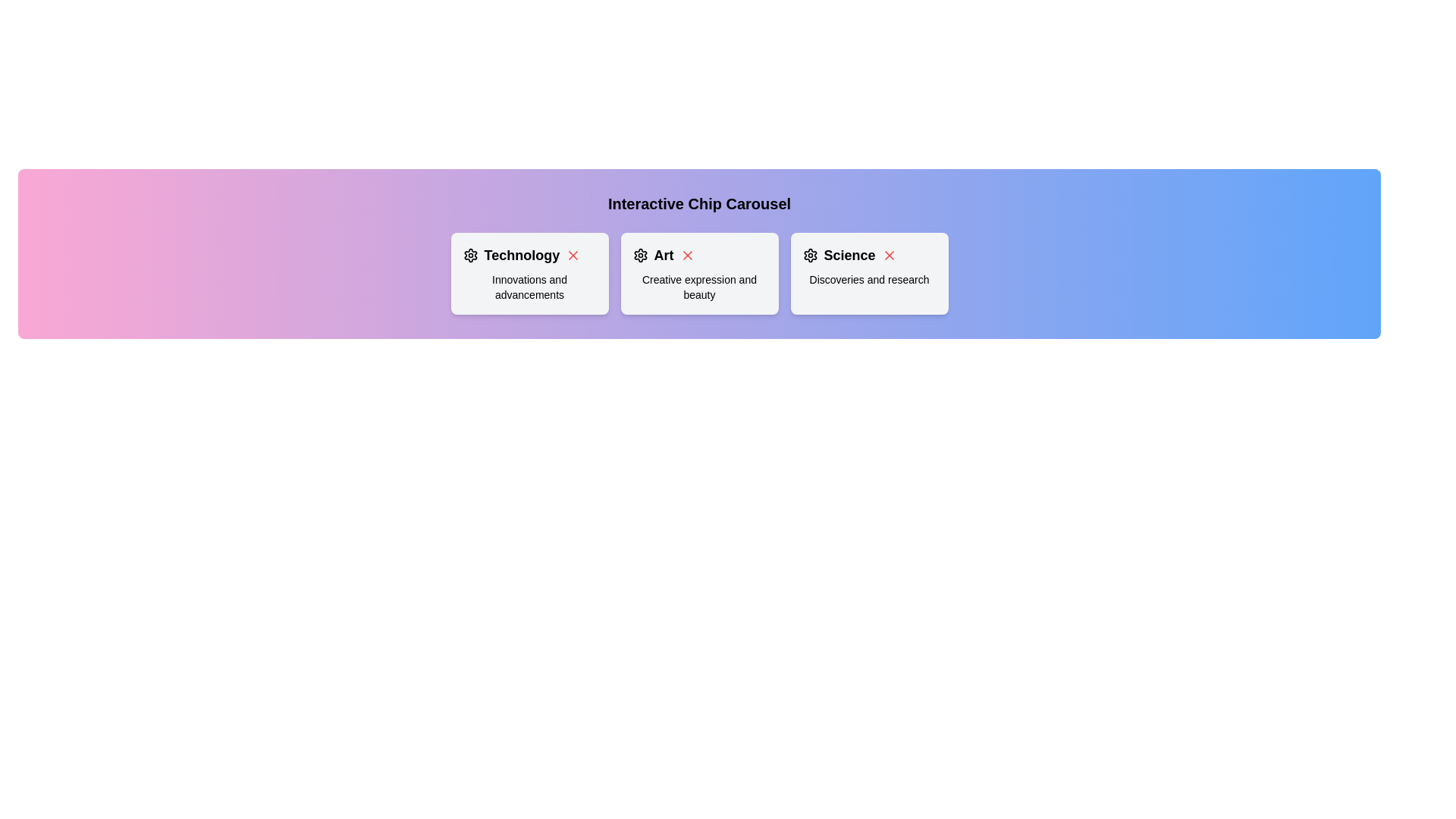 This screenshot has height=819, width=1456. Describe the element at coordinates (529, 274) in the screenshot. I see `the chip labeled Technology to select it` at that location.